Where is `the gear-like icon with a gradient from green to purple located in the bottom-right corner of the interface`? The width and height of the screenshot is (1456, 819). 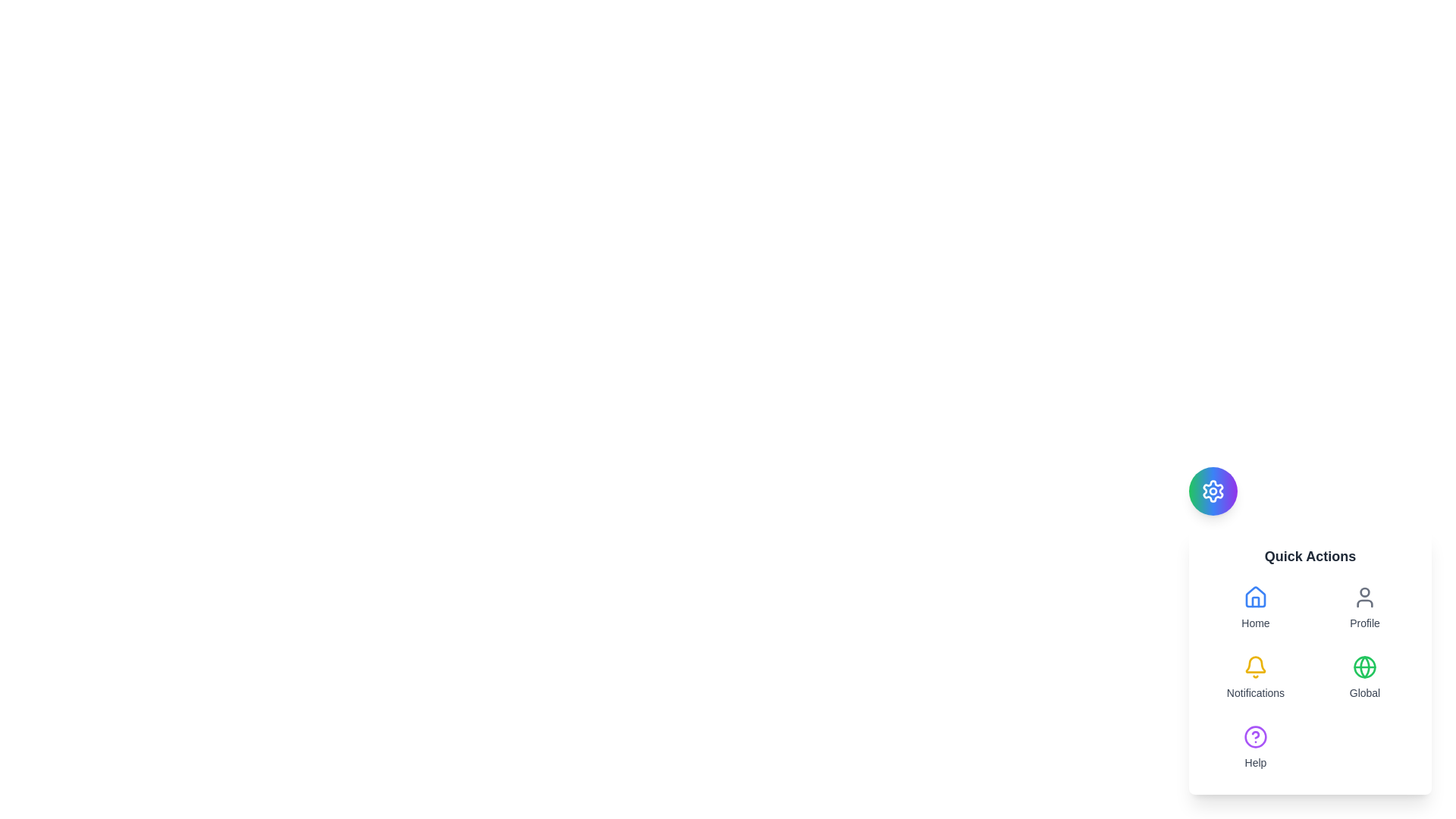
the gear-like icon with a gradient from green to purple located in the bottom-right corner of the interface is located at coordinates (1212, 491).